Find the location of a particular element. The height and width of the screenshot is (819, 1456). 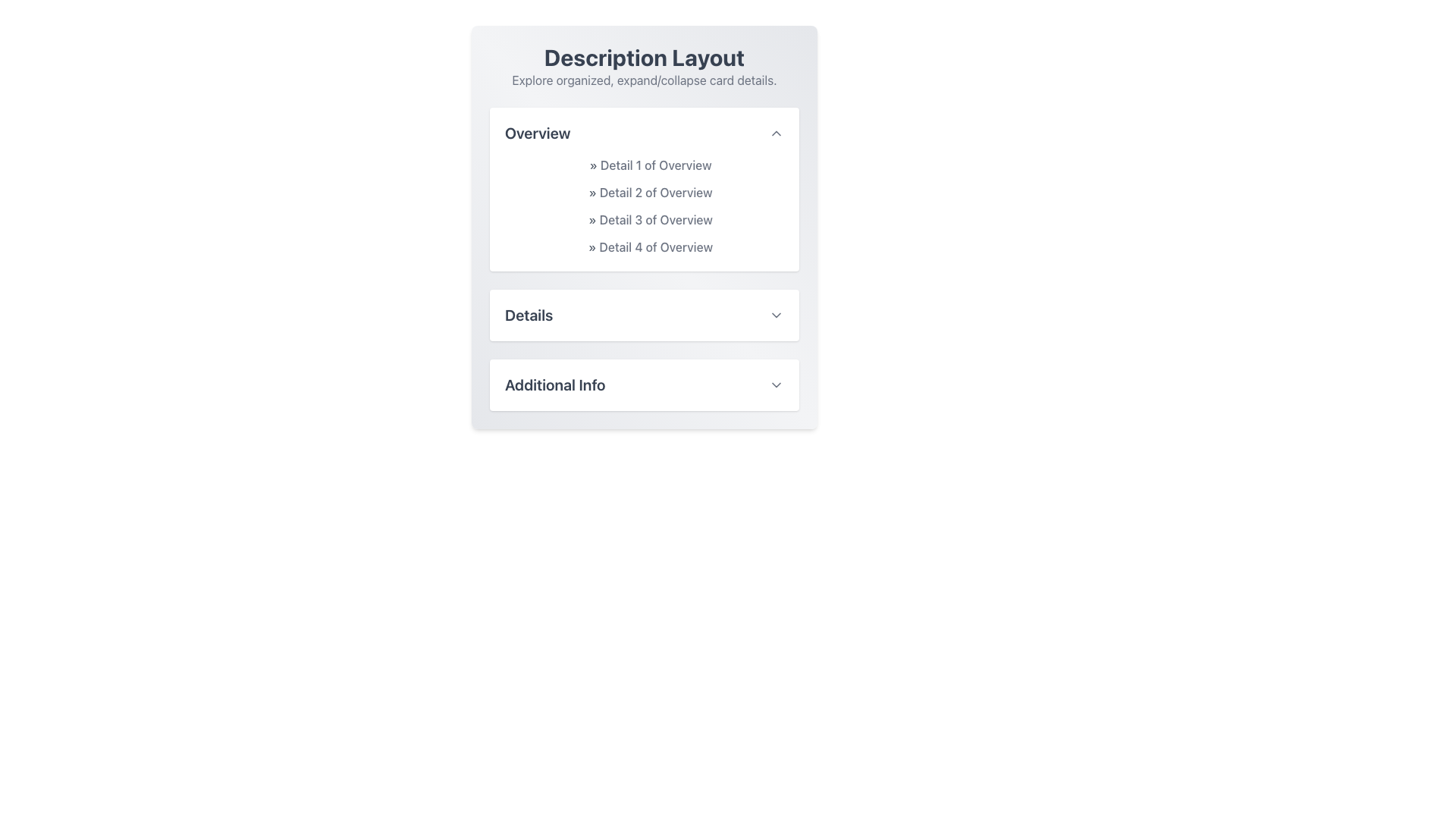

the small gray downward-pointing chevron icon located at the far right of the 'Additional Info' section header to observe its hover effect is located at coordinates (776, 384).